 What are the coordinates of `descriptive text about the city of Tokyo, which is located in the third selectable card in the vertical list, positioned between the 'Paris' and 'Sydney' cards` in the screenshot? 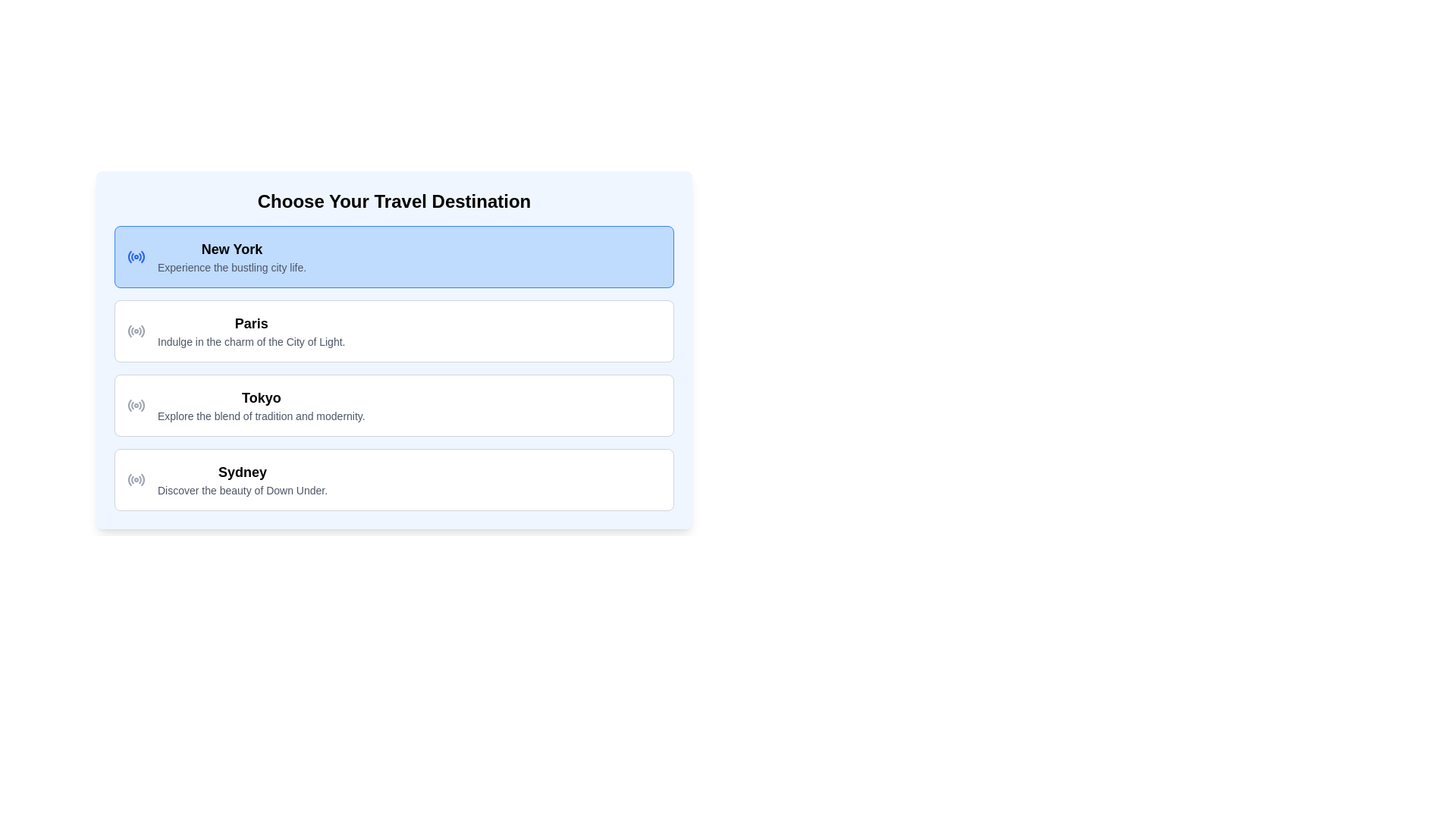 It's located at (261, 405).